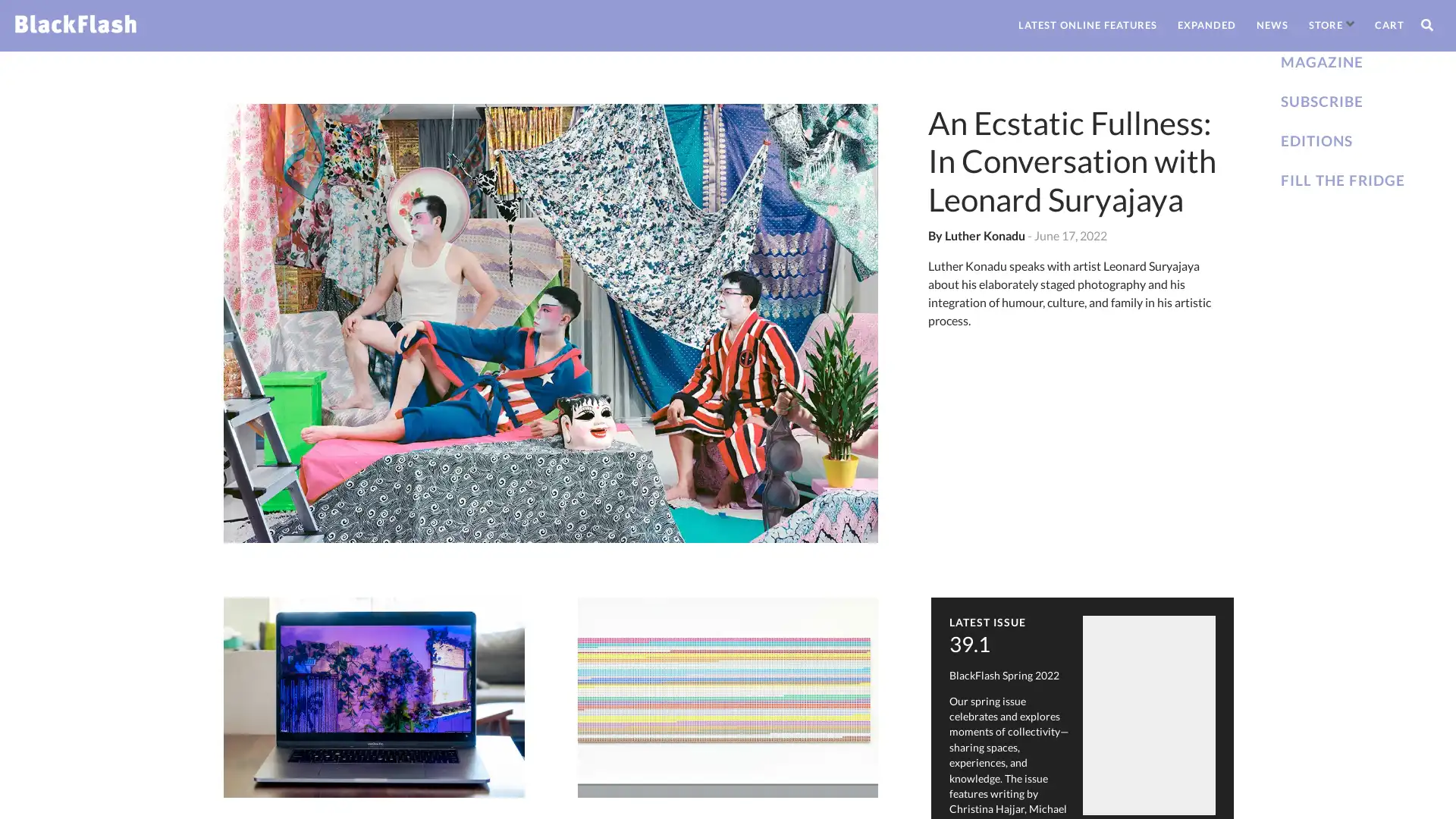 This screenshot has height=819, width=1456. Describe the element at coordinates (1350, 24) in the screenshot. I see `open menu` at that location.